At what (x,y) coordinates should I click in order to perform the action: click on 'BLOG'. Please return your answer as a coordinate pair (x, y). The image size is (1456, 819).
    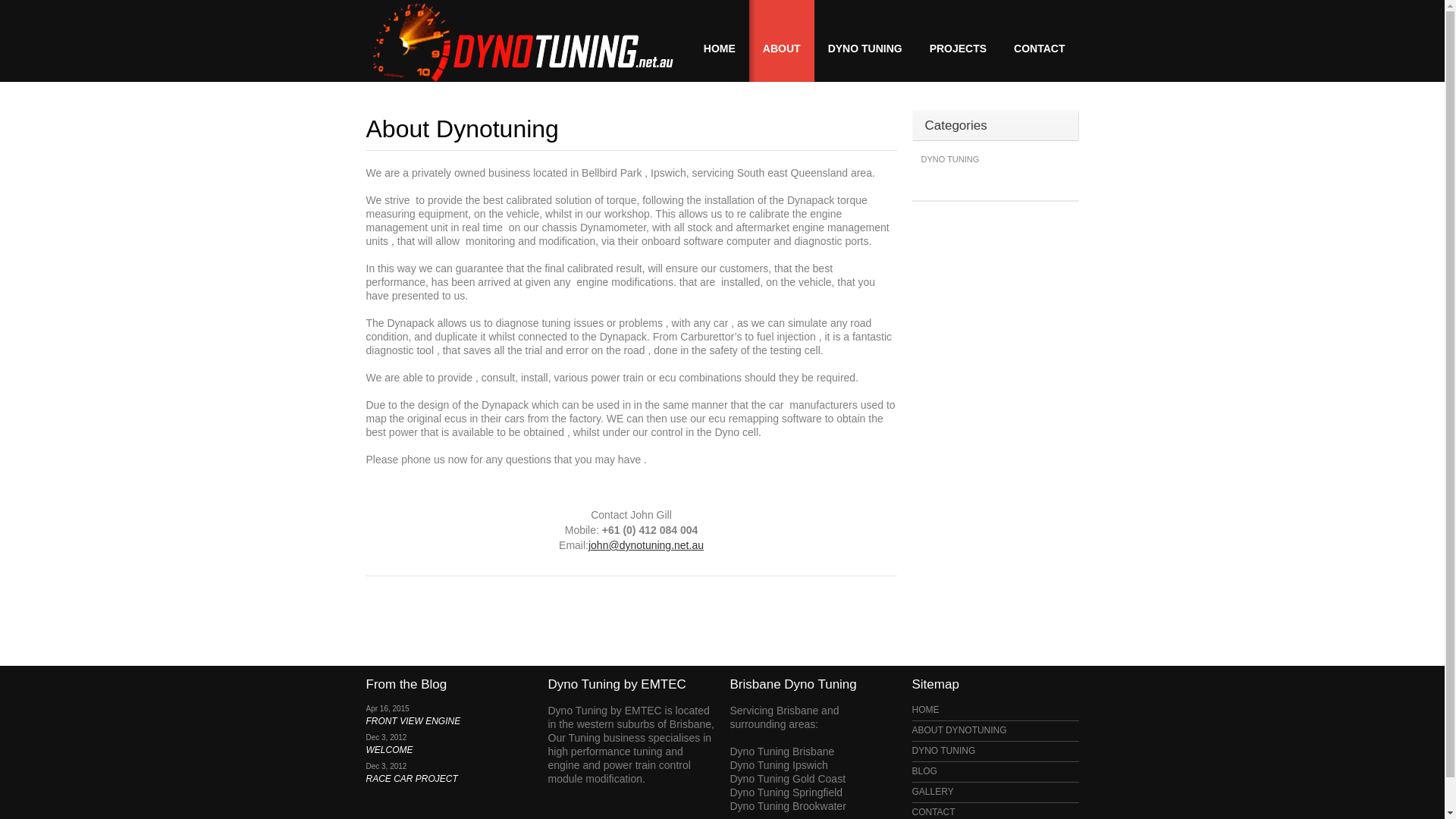
    Looking at the image, I should click on (910, 771).